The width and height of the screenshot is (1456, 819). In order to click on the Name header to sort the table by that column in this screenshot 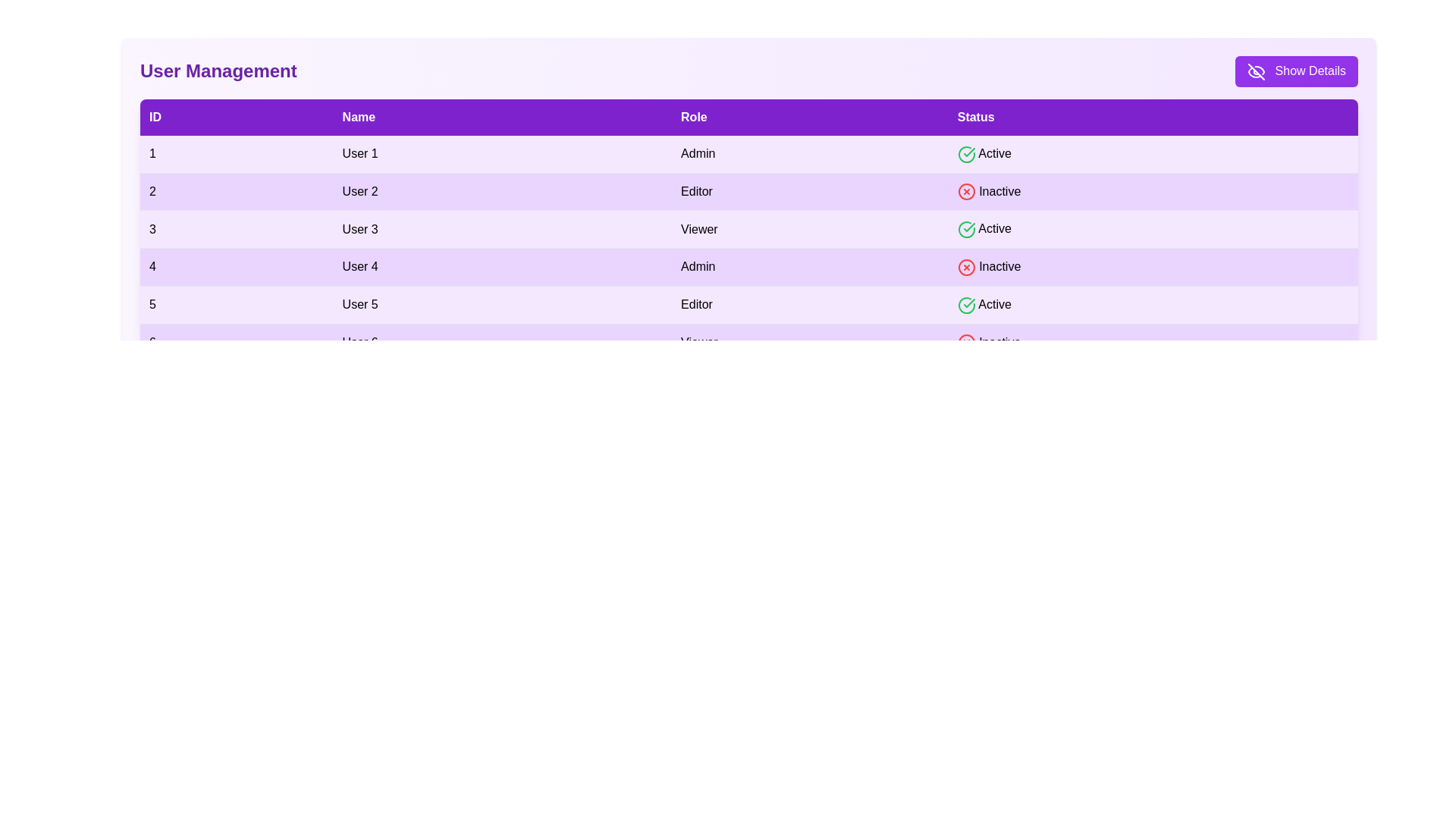, I will do `click(502, 116)`.